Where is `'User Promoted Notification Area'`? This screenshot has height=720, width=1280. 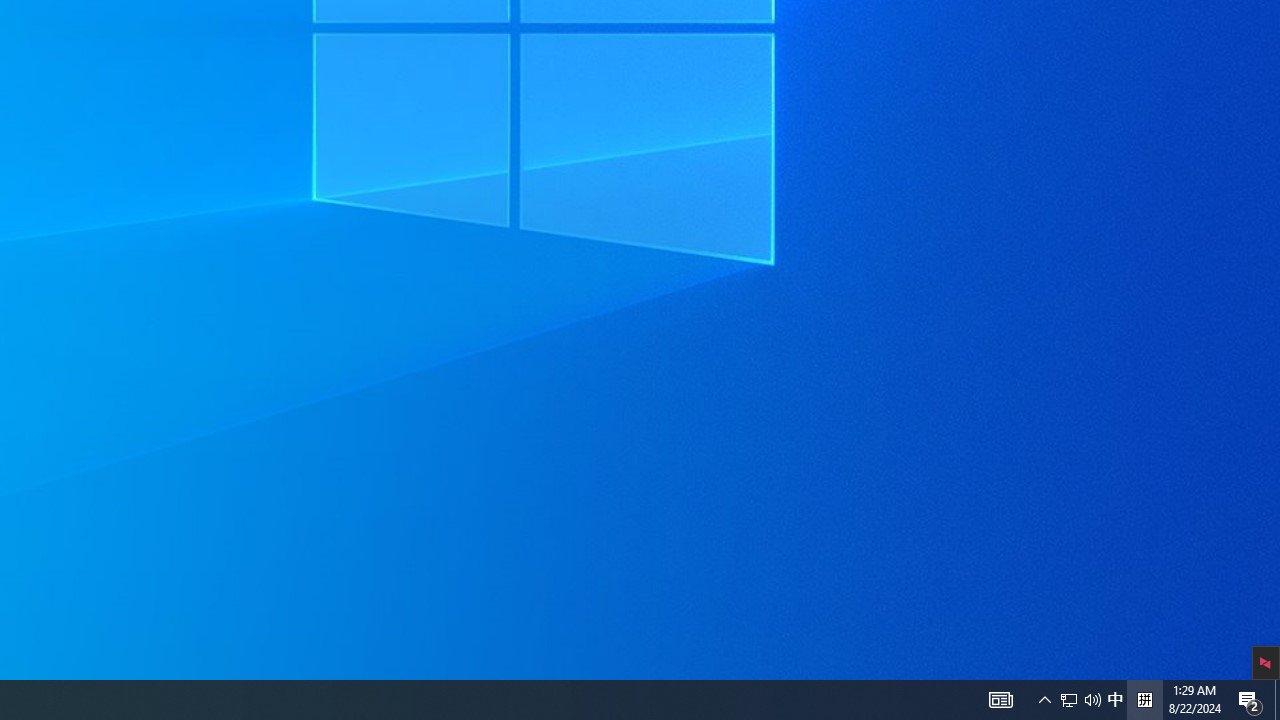 'User Promoted Notification Area' is located at coordinates (1114, 698).